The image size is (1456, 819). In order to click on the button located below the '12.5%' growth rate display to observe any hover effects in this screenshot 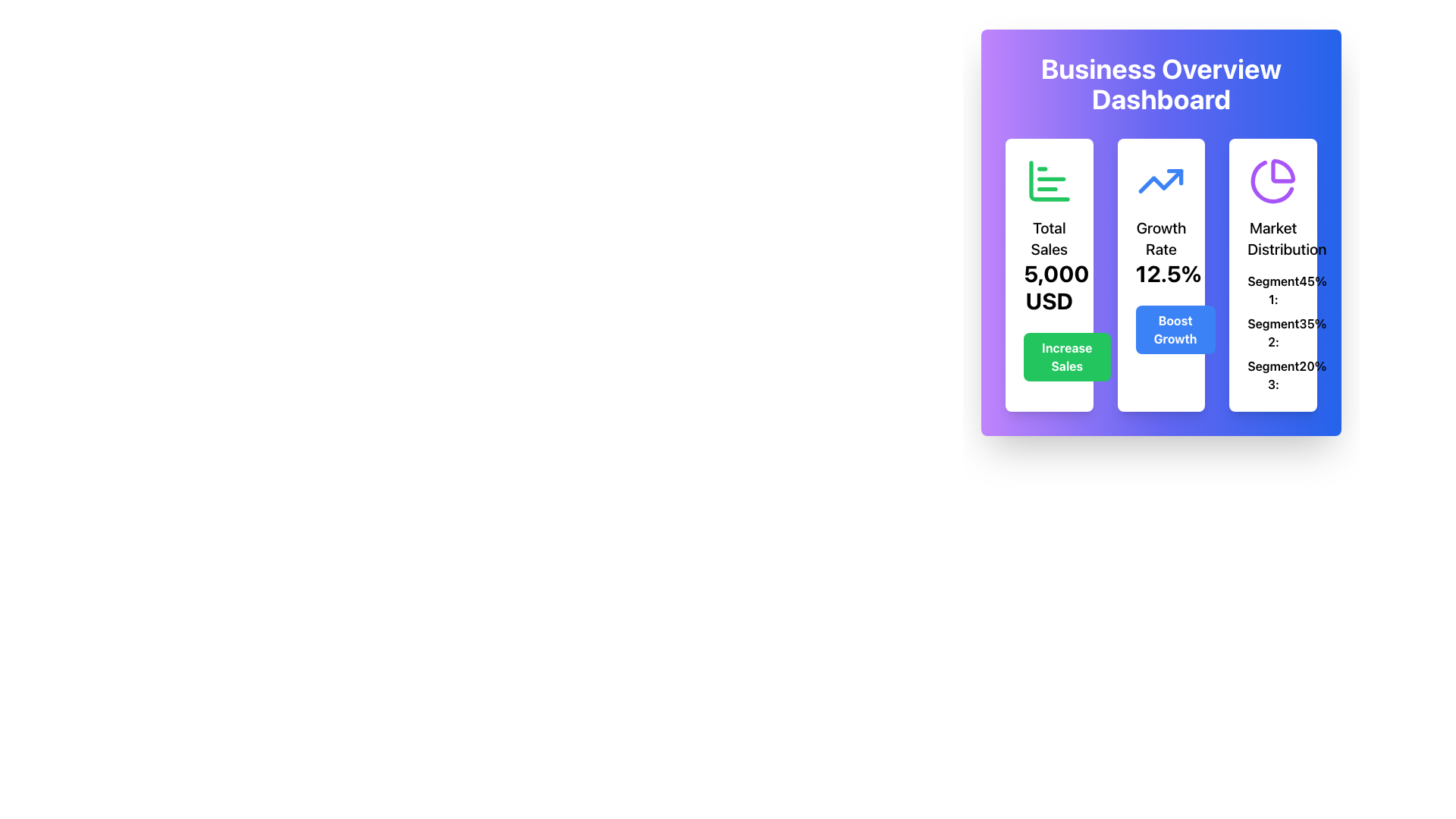, I will do `click(1175, 329)`.